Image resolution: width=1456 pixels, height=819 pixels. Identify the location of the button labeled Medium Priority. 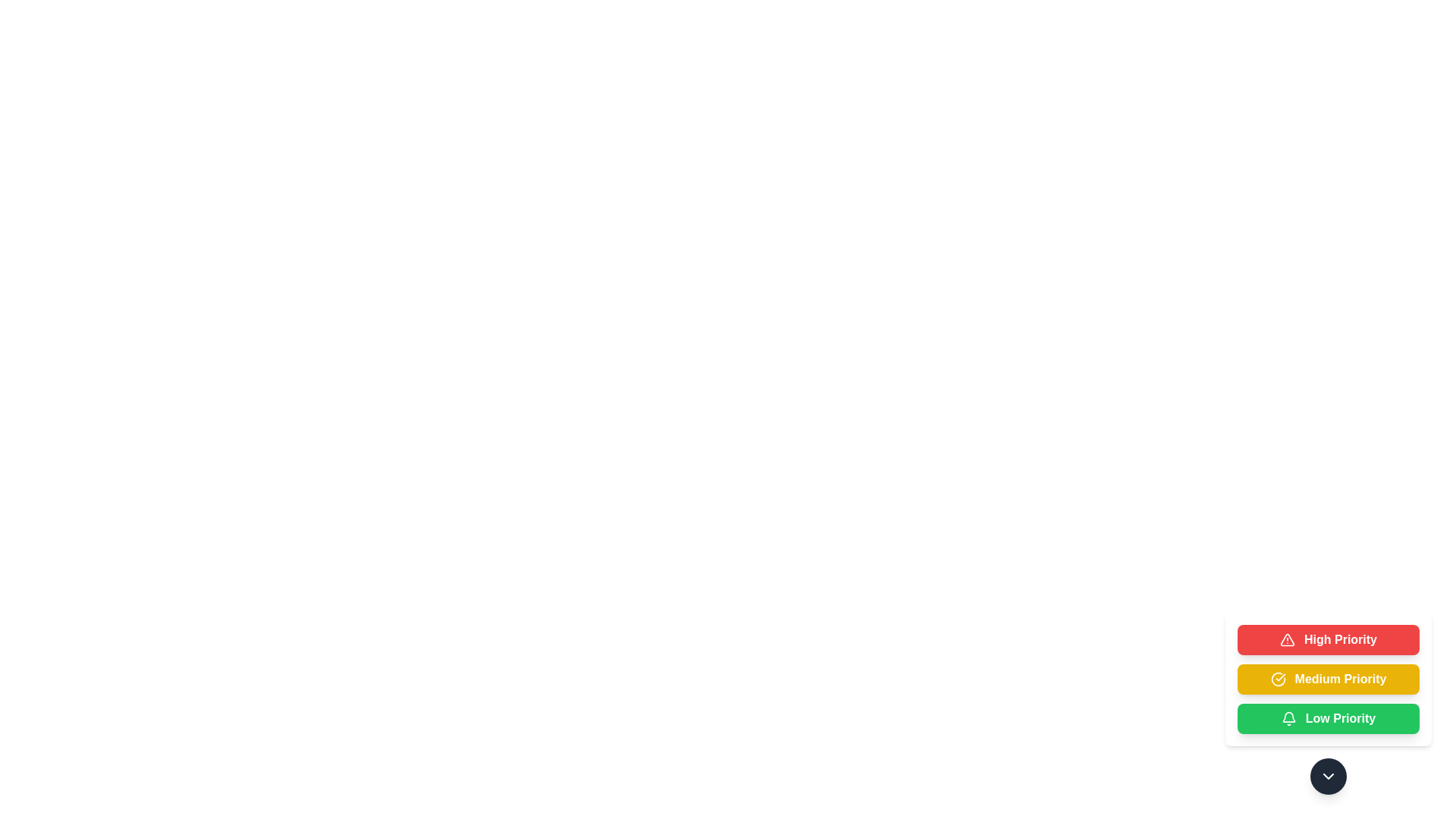
(1328, 678).